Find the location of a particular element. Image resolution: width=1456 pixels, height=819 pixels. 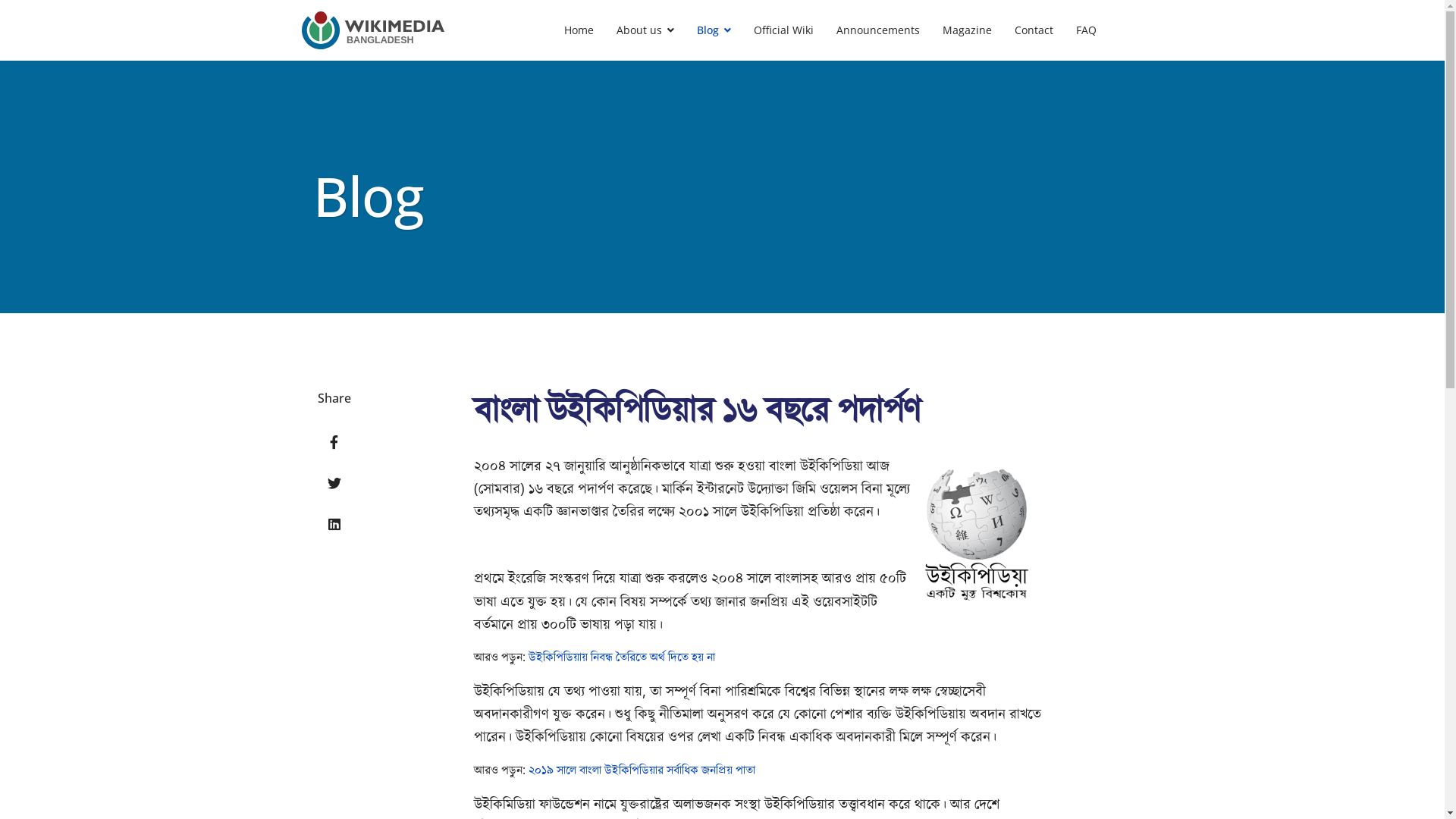

'Announcements' is located at coordinates (877, 30).